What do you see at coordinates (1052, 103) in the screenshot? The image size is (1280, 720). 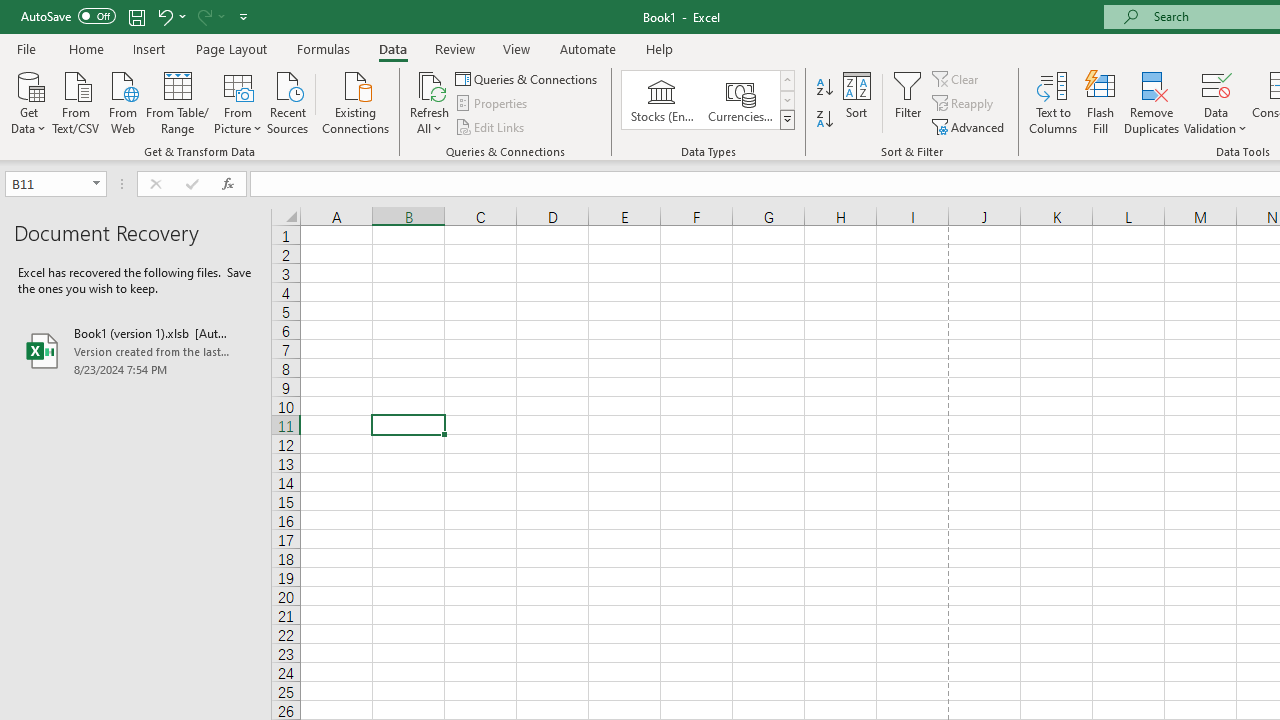 I see `'Text to Columns...'` at bounding box center [1052, 103].